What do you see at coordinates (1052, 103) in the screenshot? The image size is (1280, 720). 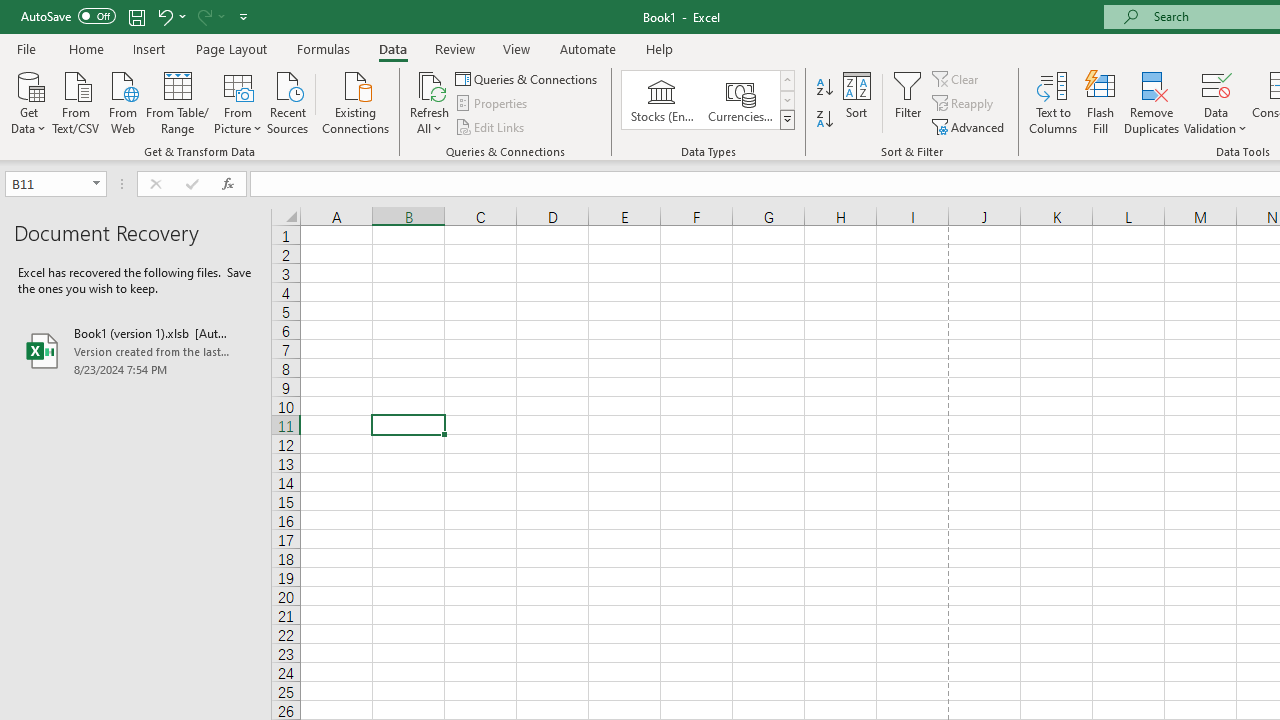 I see `'Text to Columns...'` at bounding box center [1052, 103].